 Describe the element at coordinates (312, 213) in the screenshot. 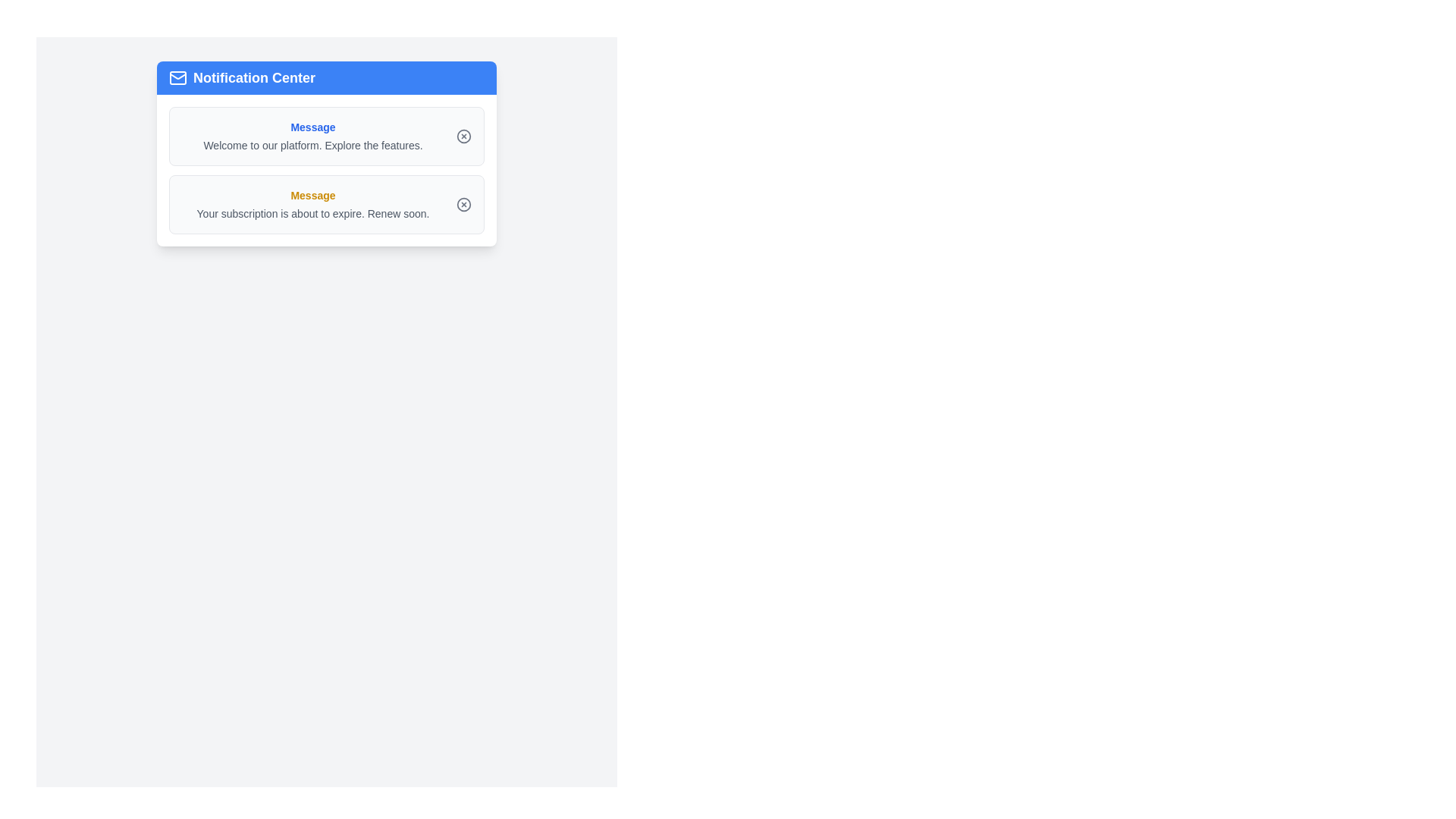

I see `text-based notification message that reads 'Your subscription is about to expire. Renew soon.' located below the title 'Message' in yellow within the Notification Center` at that location.